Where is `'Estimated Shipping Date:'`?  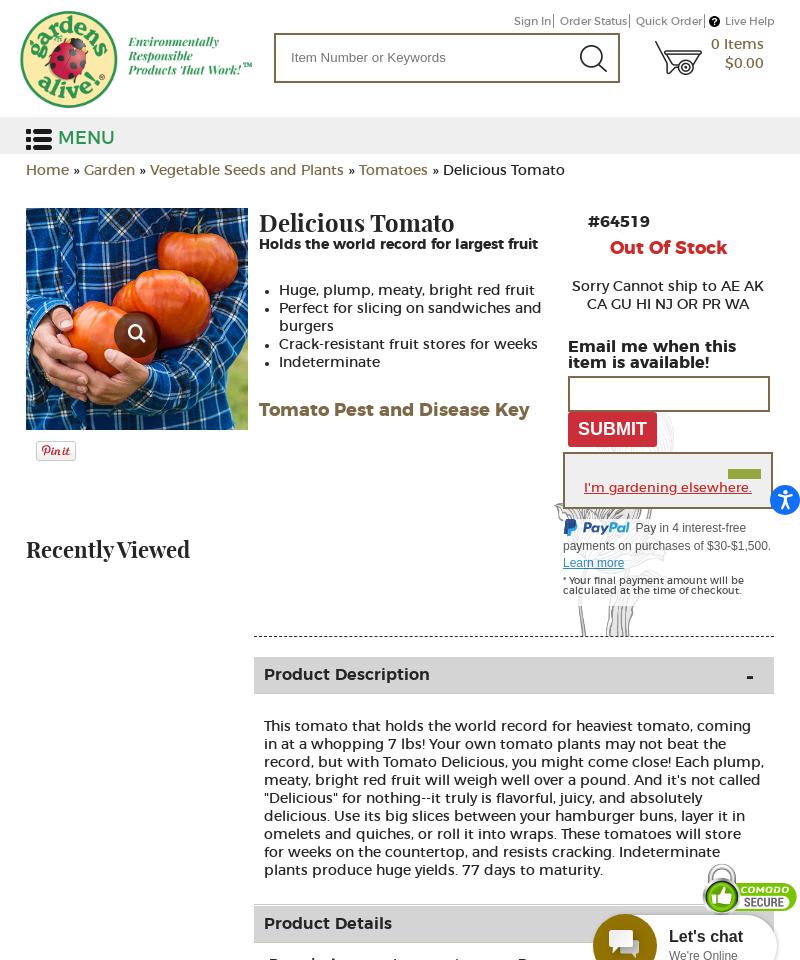 'Estimated Shipping Date:' is located at coordinates (398, 298).